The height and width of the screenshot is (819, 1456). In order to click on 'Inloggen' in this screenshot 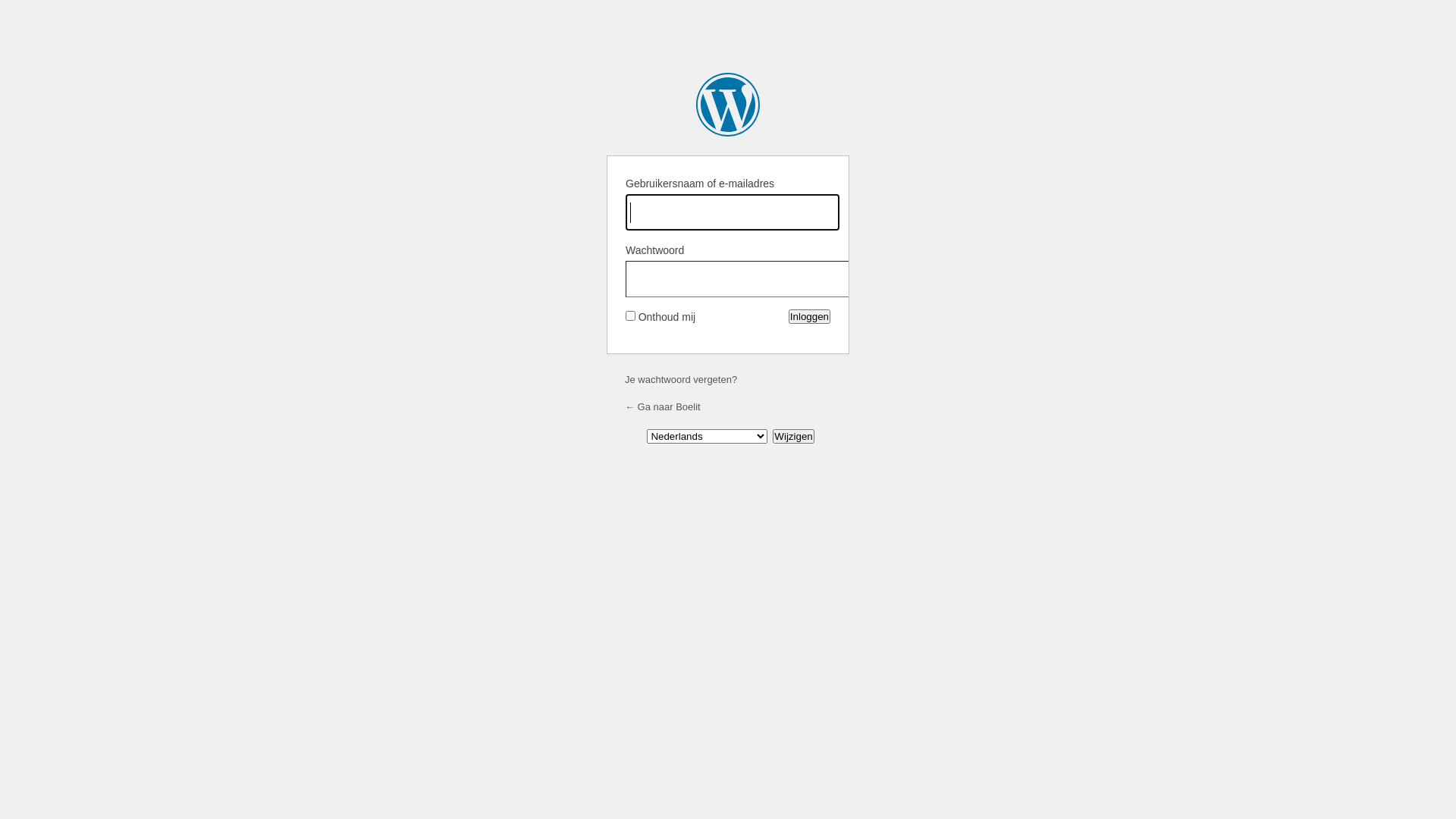, I will do `click(808, 315)`.